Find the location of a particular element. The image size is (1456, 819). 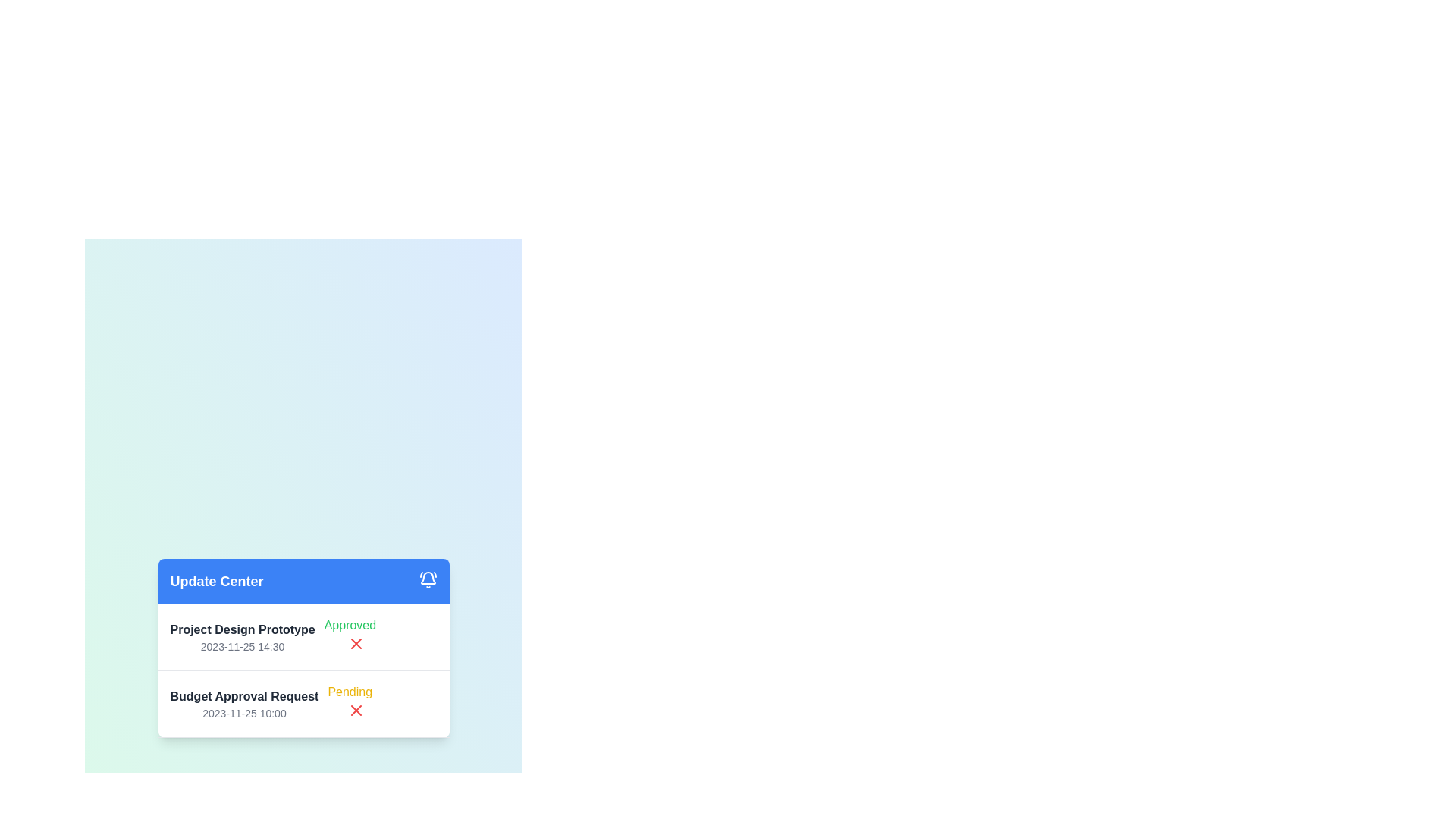

the text label identifying the subject of a notification in the second row of the 'Update Center' card, which is located below 'Project Design Prototype' is located at coordinates (244, 696).